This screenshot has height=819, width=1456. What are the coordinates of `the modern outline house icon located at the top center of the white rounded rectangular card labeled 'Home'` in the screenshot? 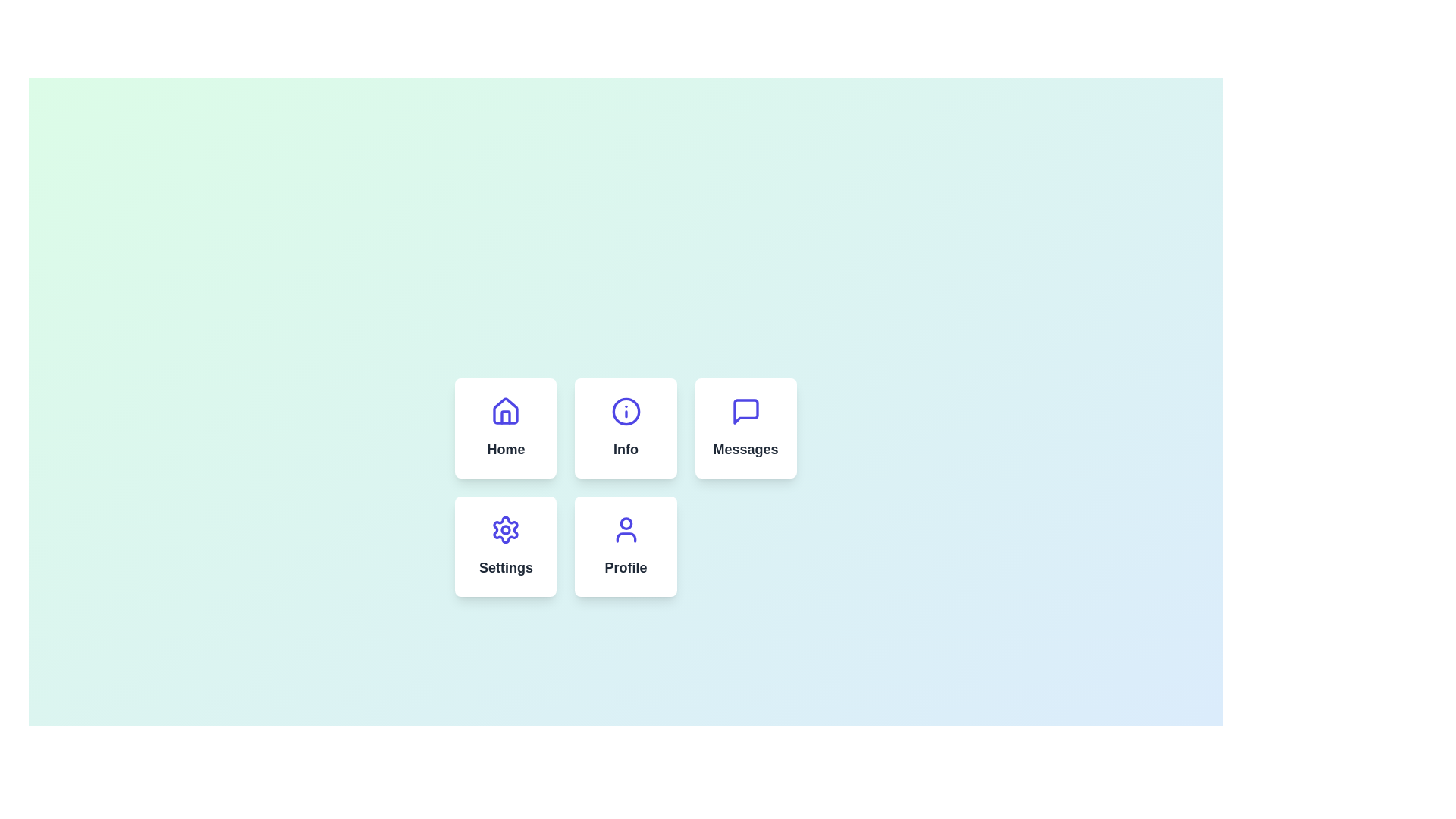 It's located at (506, 412).